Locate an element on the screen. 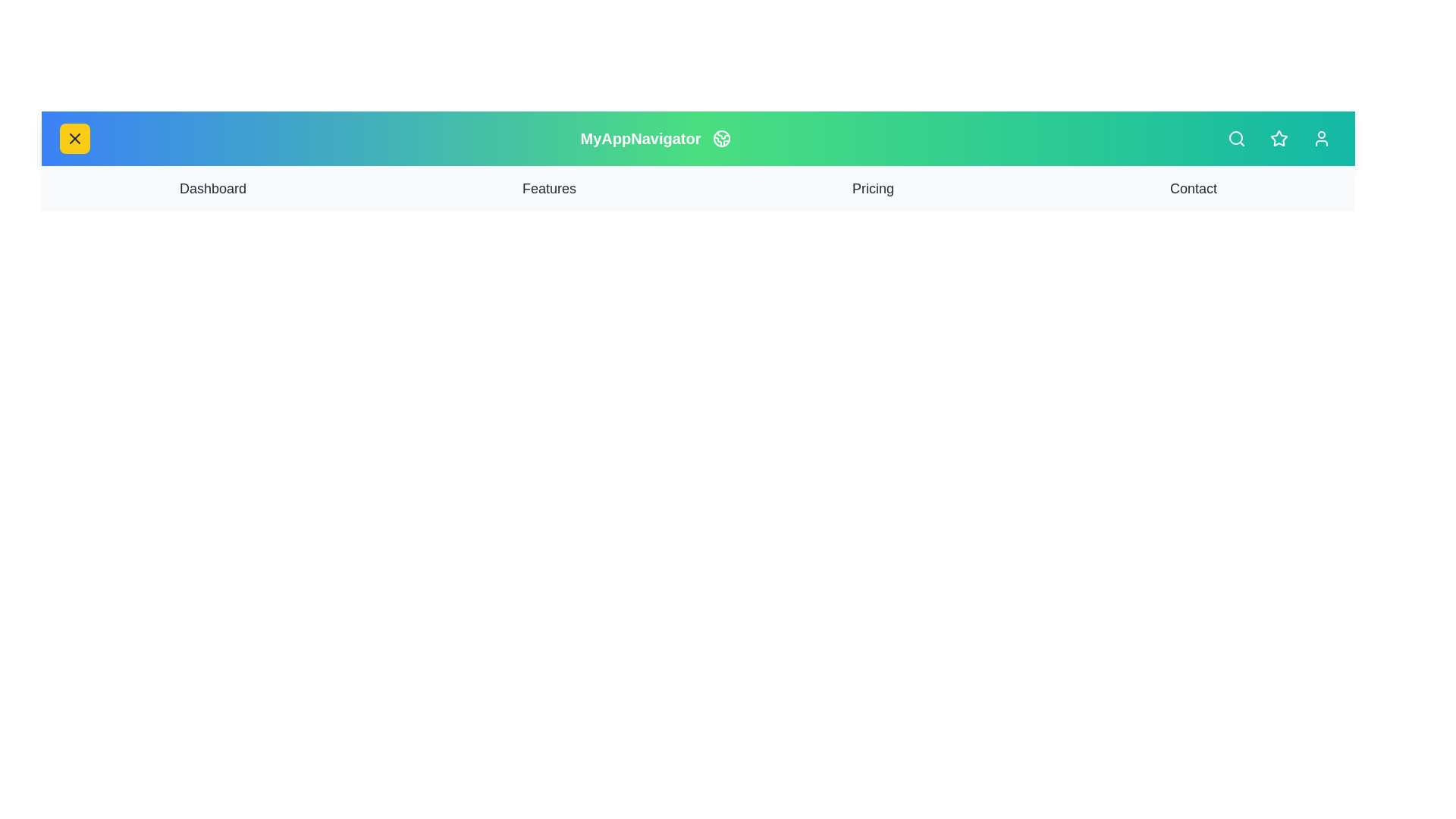 The image size is (1456, 819). the navigation link labeled Features is located at coordinates (548, 188).